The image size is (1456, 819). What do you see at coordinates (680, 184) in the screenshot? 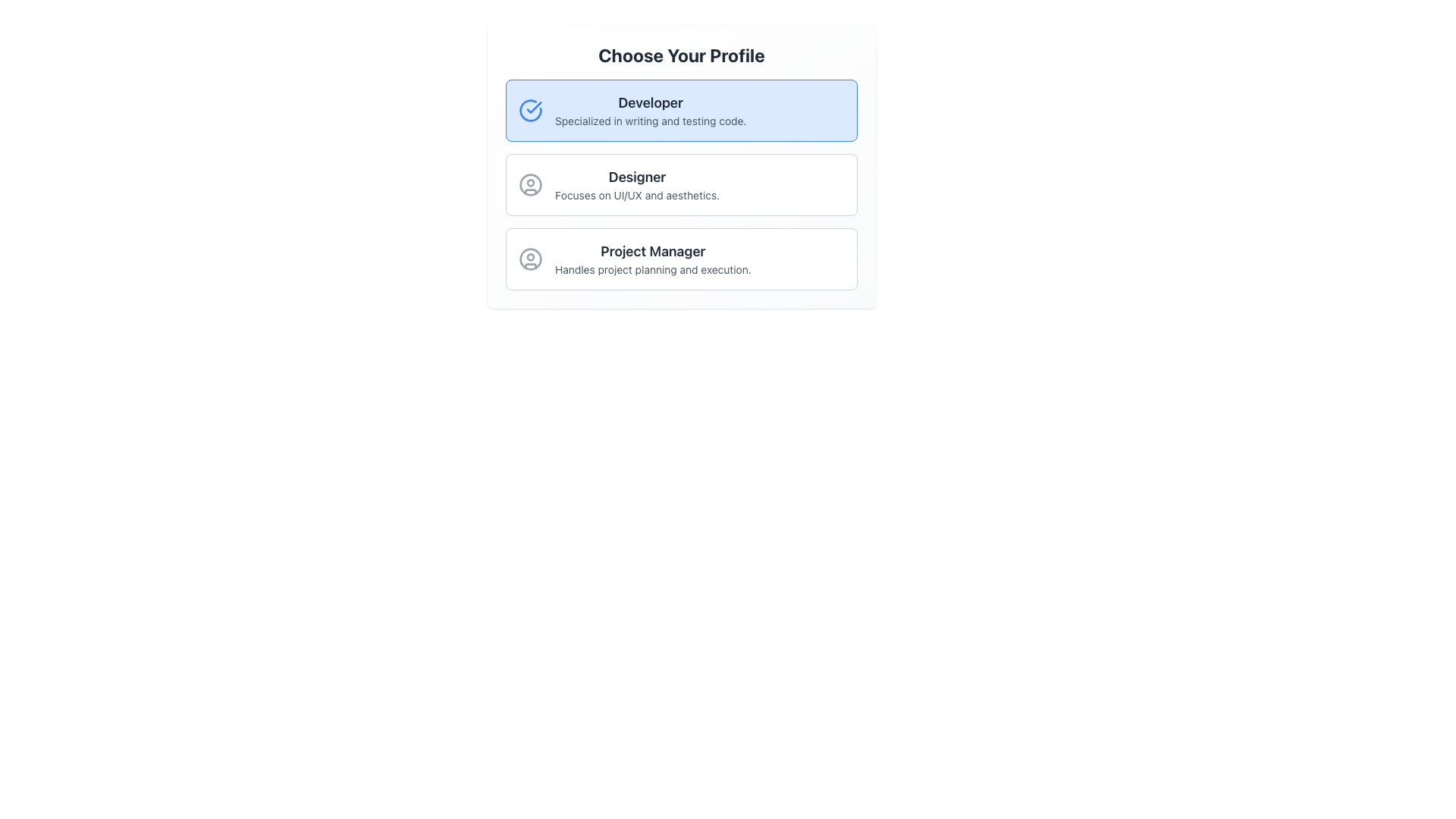
I see `the 'Designer' role option in the vertical list under the heading 'Choose Your Profile'` at bounding box center [680, 184].